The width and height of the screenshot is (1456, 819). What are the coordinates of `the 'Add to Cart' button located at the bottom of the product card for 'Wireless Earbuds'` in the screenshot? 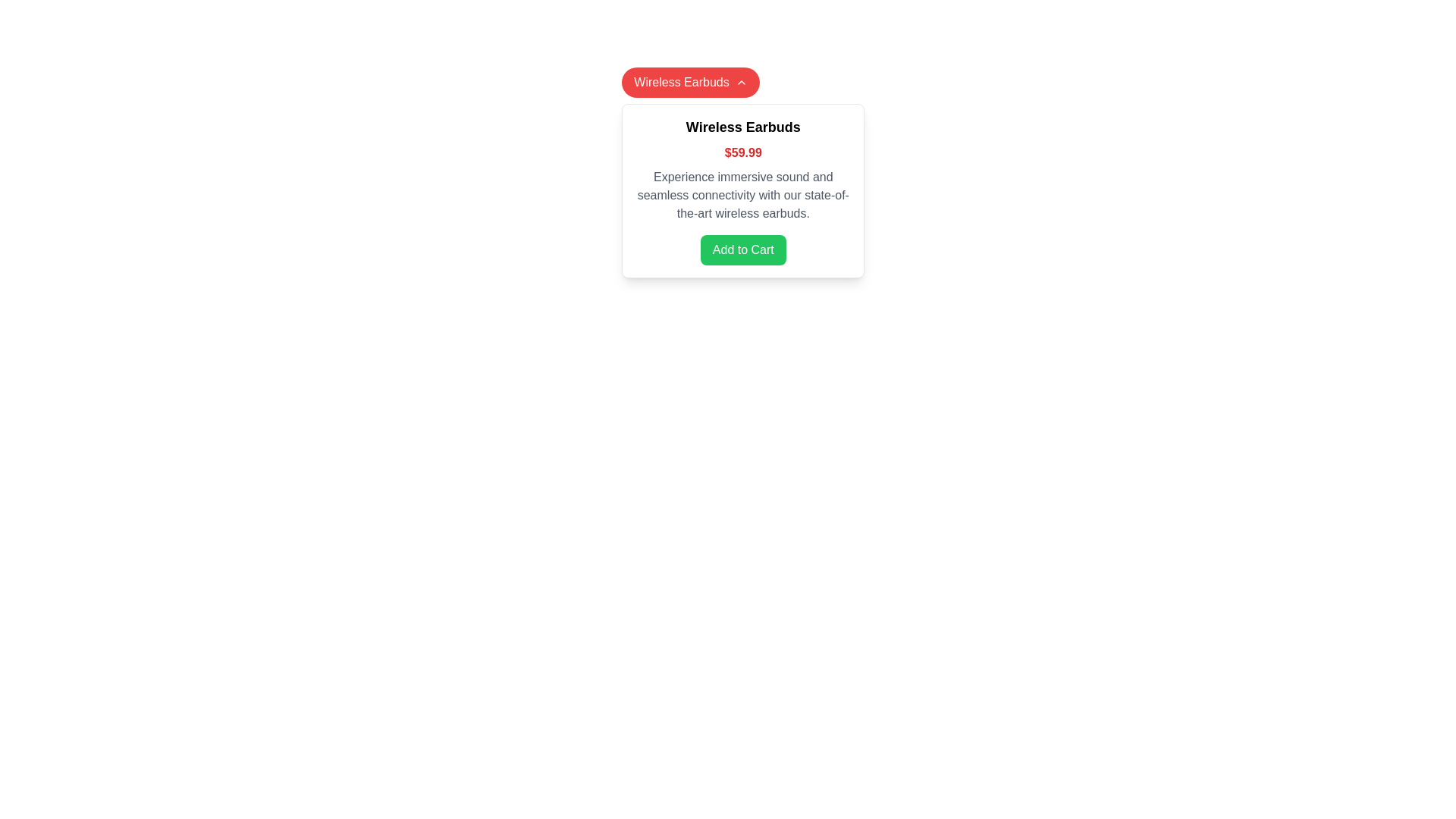 It's located at (743, 249).